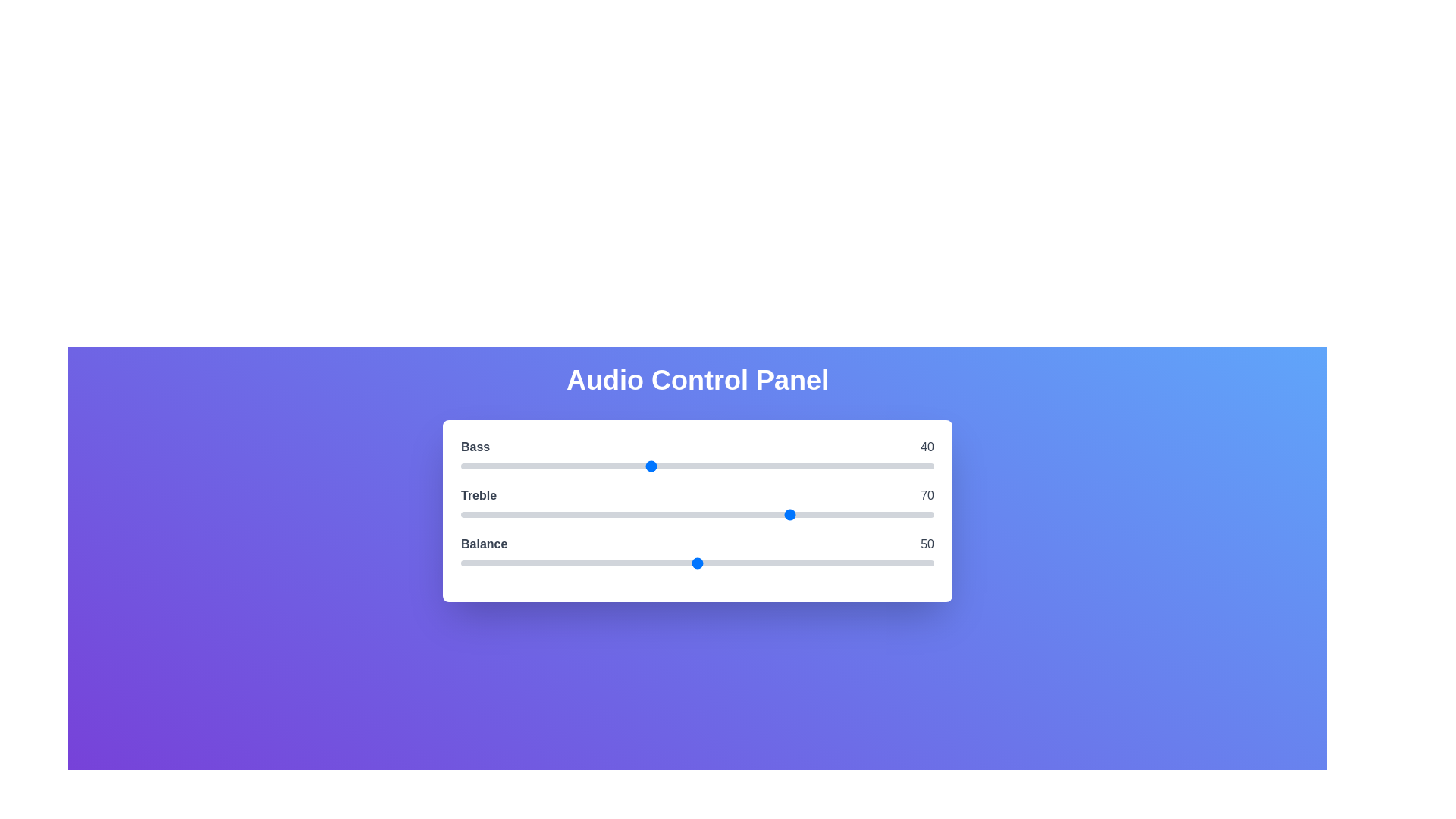 This screenshot has height=819, width=1456. What do you see at coordinates (716, 465) in the screenshot?
I see `the 0 slider to 54` at bounding box center [716, 465].